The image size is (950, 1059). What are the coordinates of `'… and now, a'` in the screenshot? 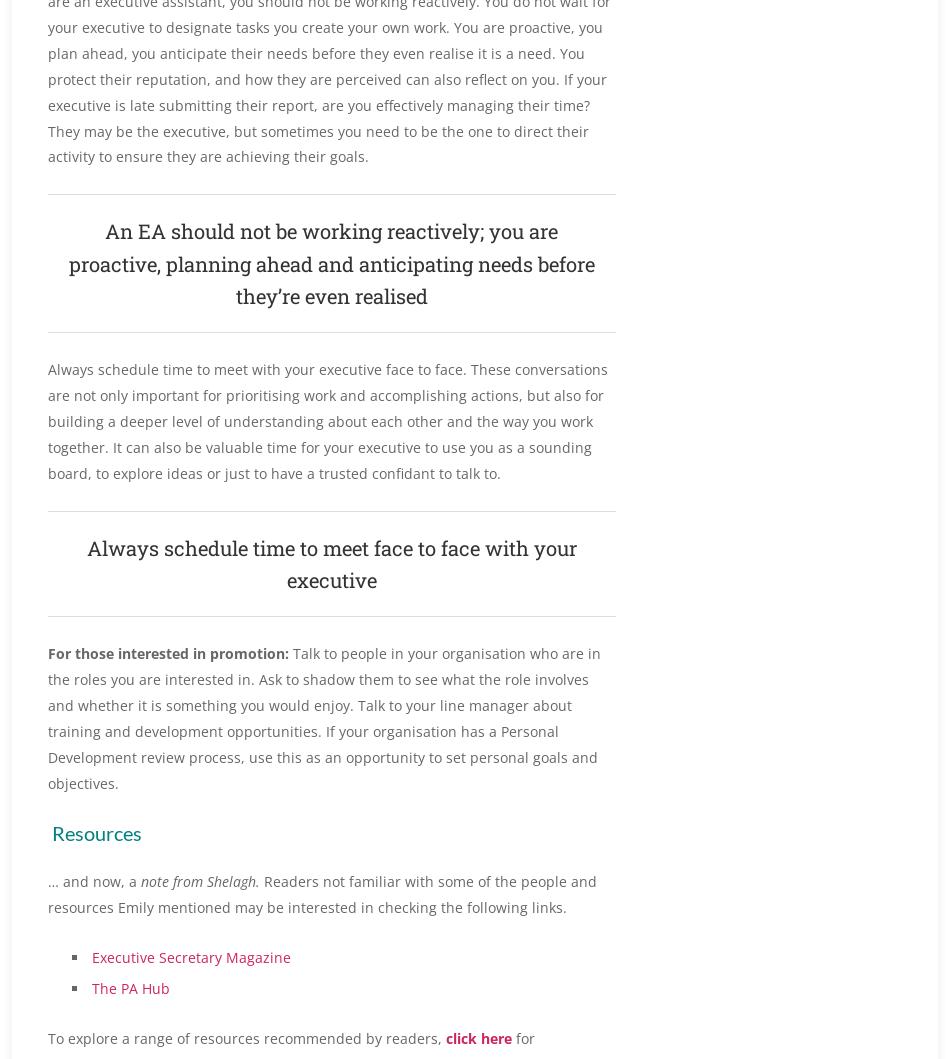 It's located at (92, 880).